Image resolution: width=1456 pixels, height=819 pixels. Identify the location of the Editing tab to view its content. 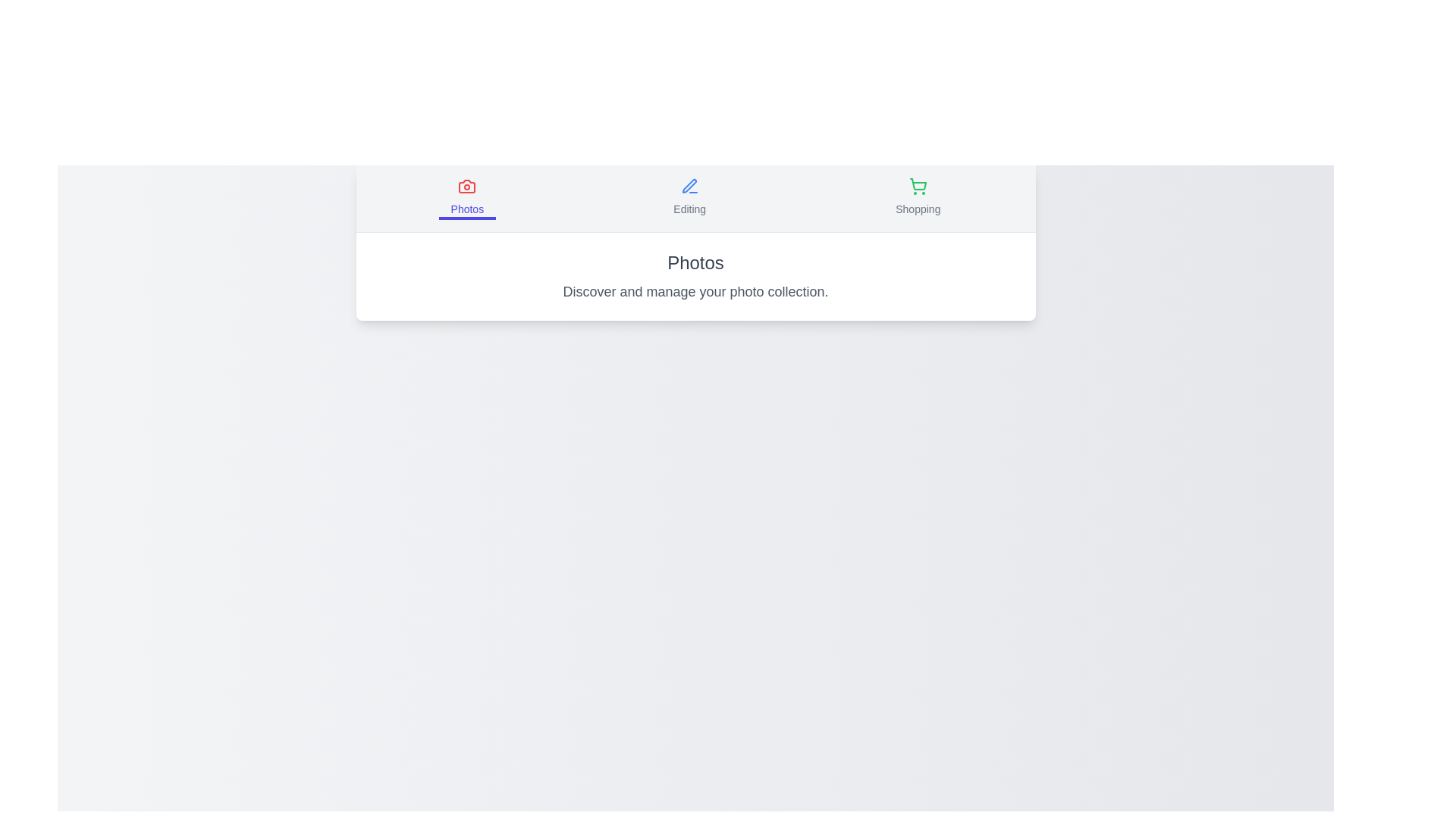
(688, 198).